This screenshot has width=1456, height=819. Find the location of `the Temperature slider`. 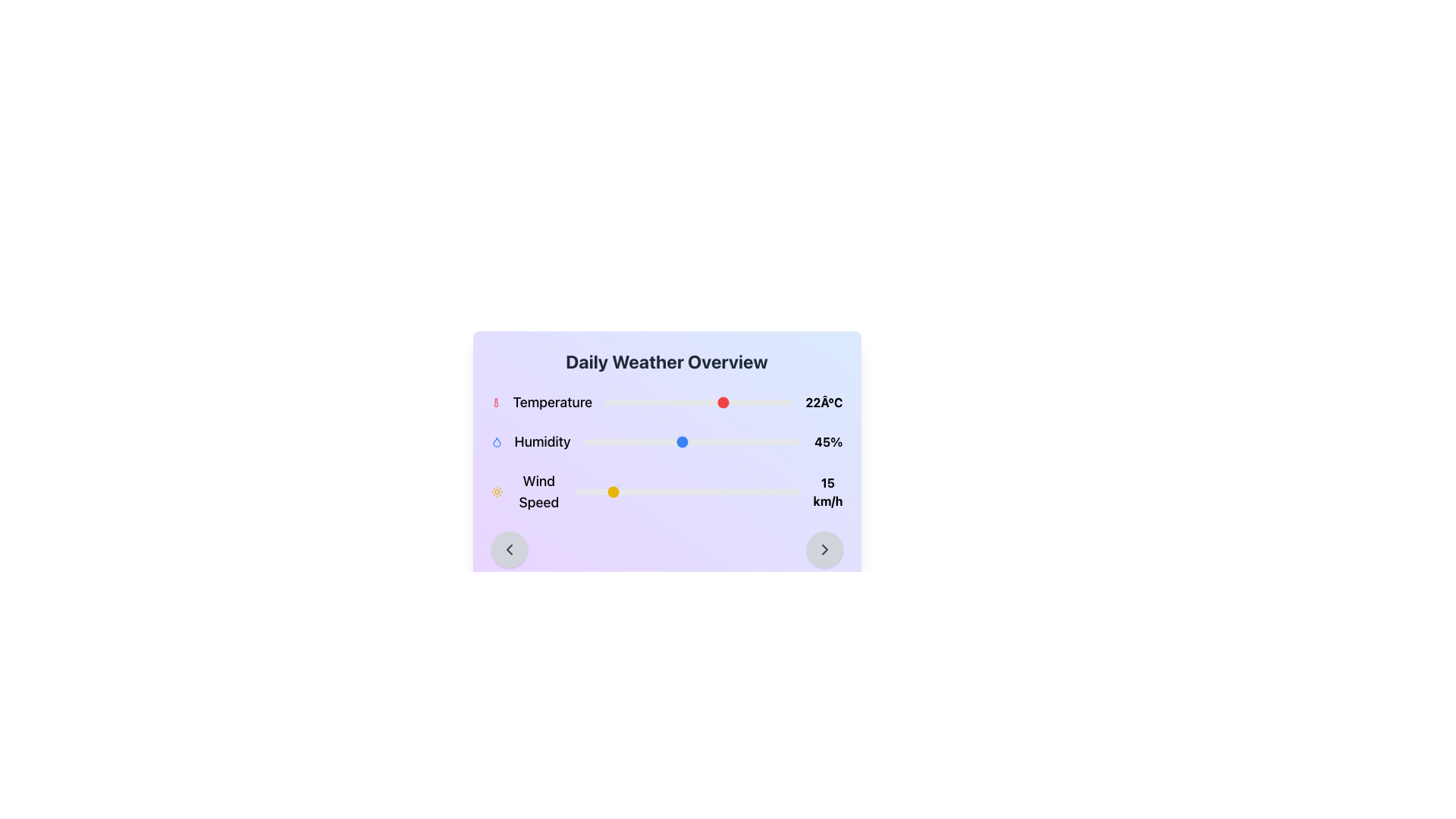

the Temperature slider is located at coordinates (755, 402).